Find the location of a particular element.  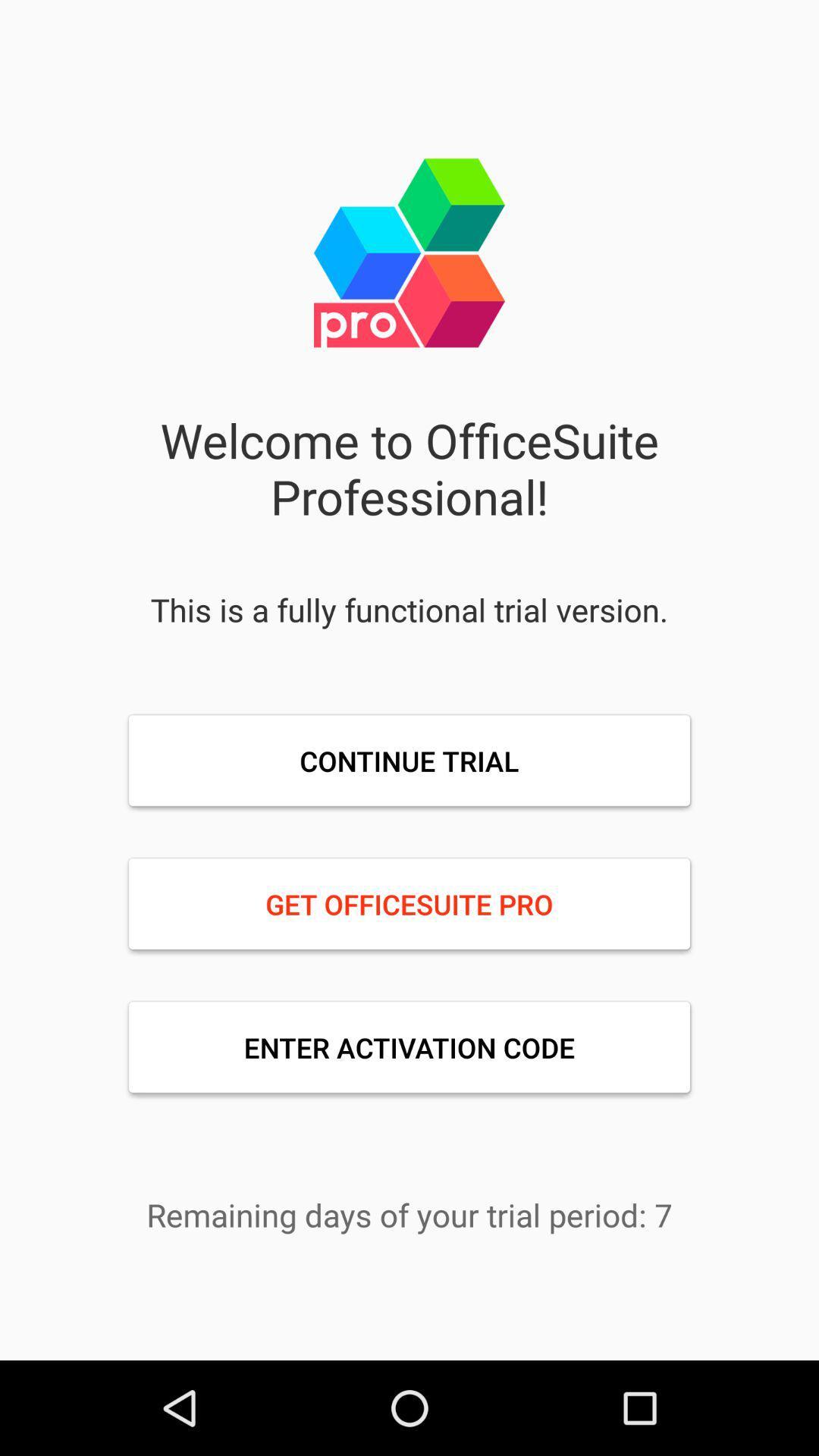

the continue trial is located at coordinates (409, 761).